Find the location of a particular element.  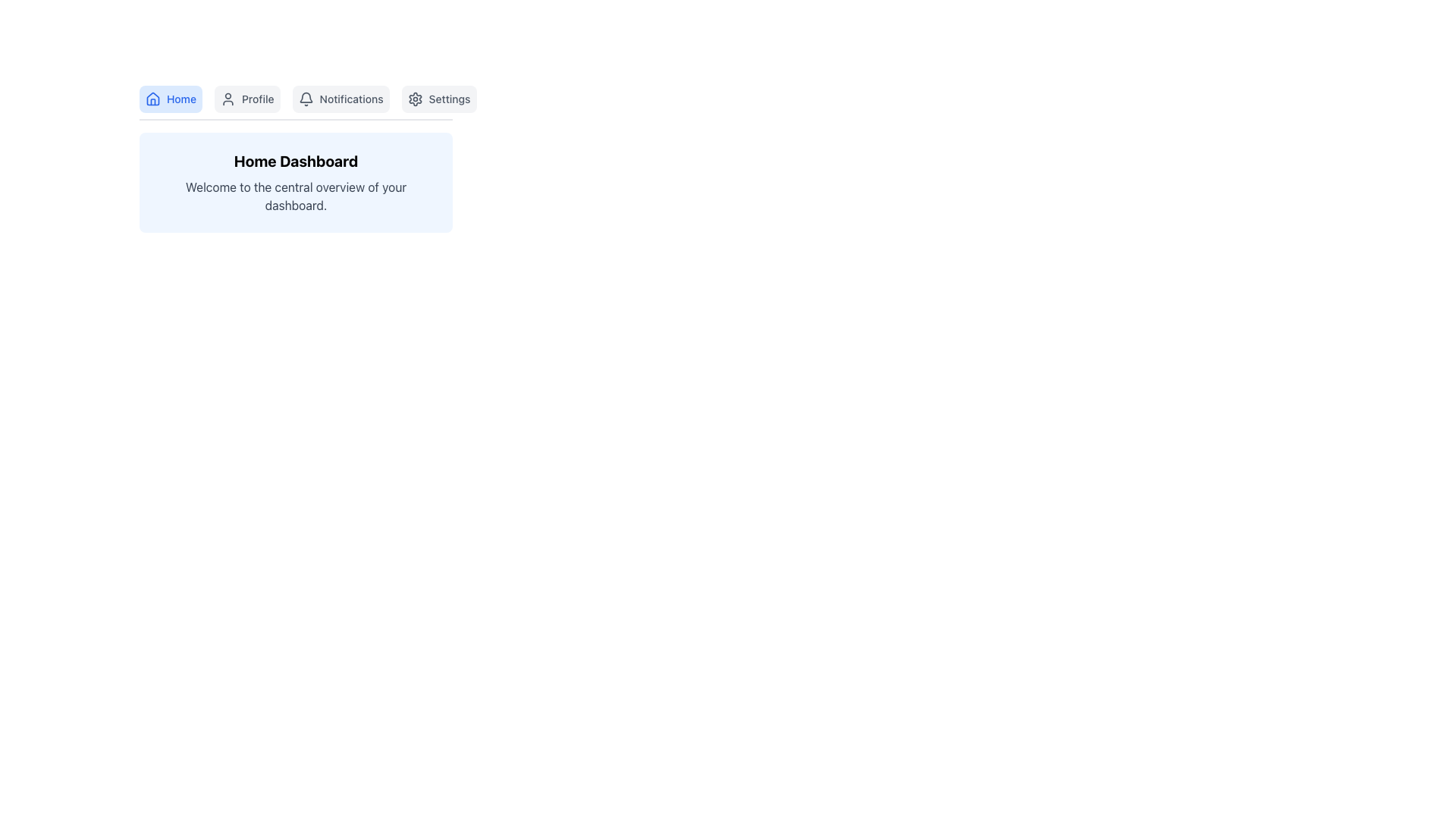

the 'Settings' button, which has a light gray background and displays a gear icon is located at coordinates (438, 99).